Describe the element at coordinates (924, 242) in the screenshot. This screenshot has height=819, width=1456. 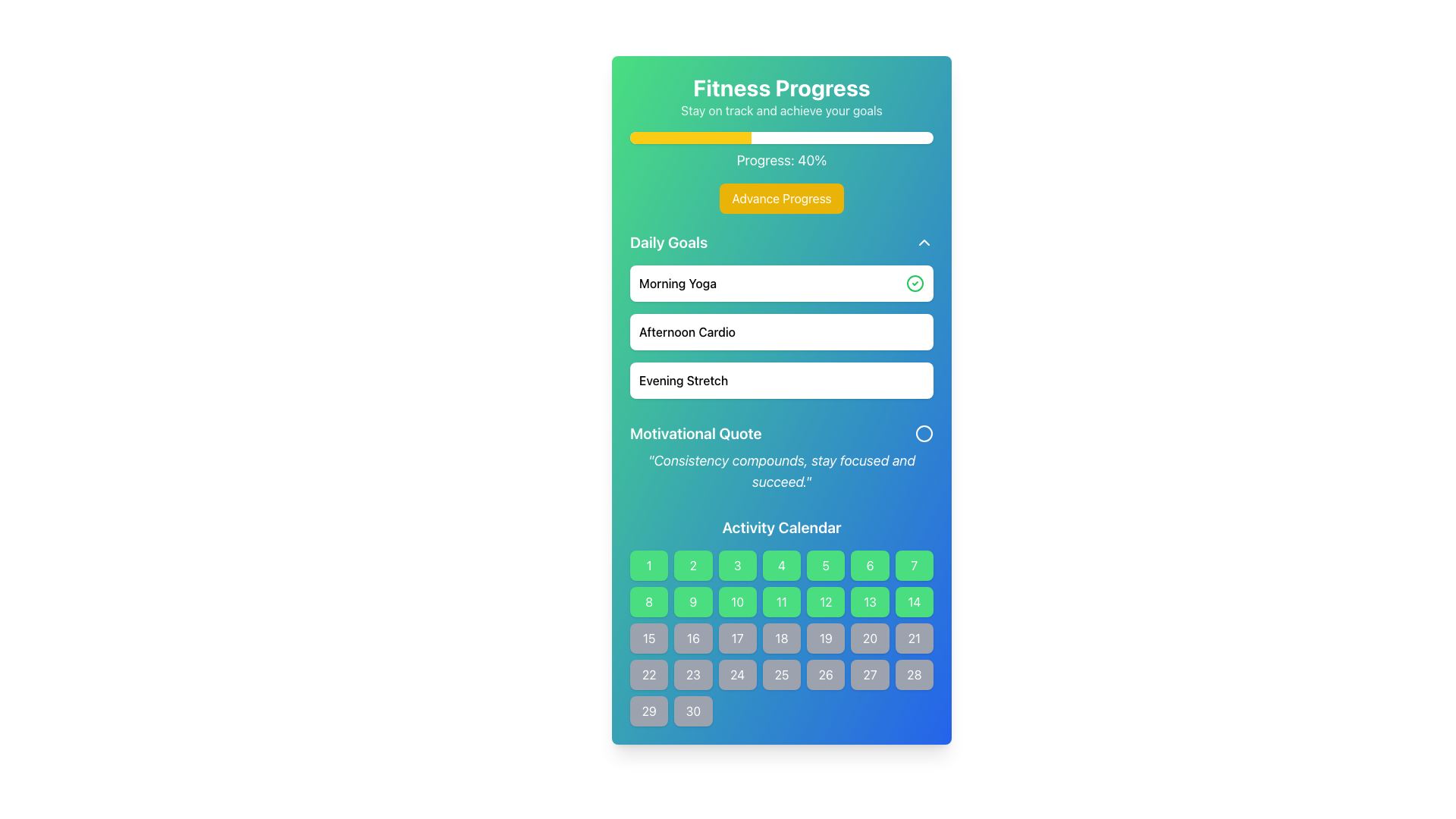
I see `the chevron icon located on the right side of the 'Daily Goals' heading, which is an upward-pointing arrow shape aligned vertically with the text` at that location.